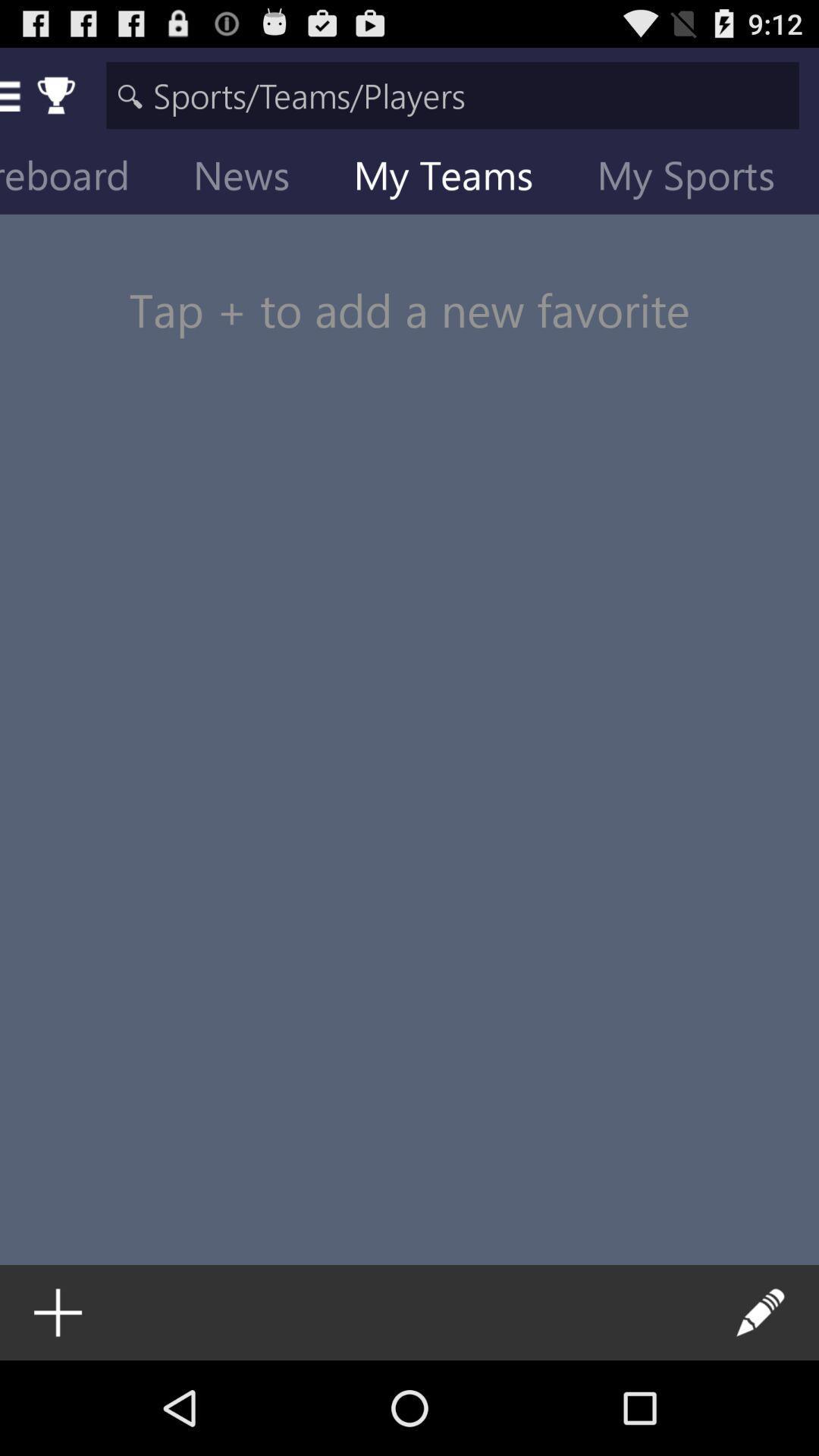 This screenshot has width=819, height=1456. I want to click on the item above the tap to add icon, so click(454, 178).